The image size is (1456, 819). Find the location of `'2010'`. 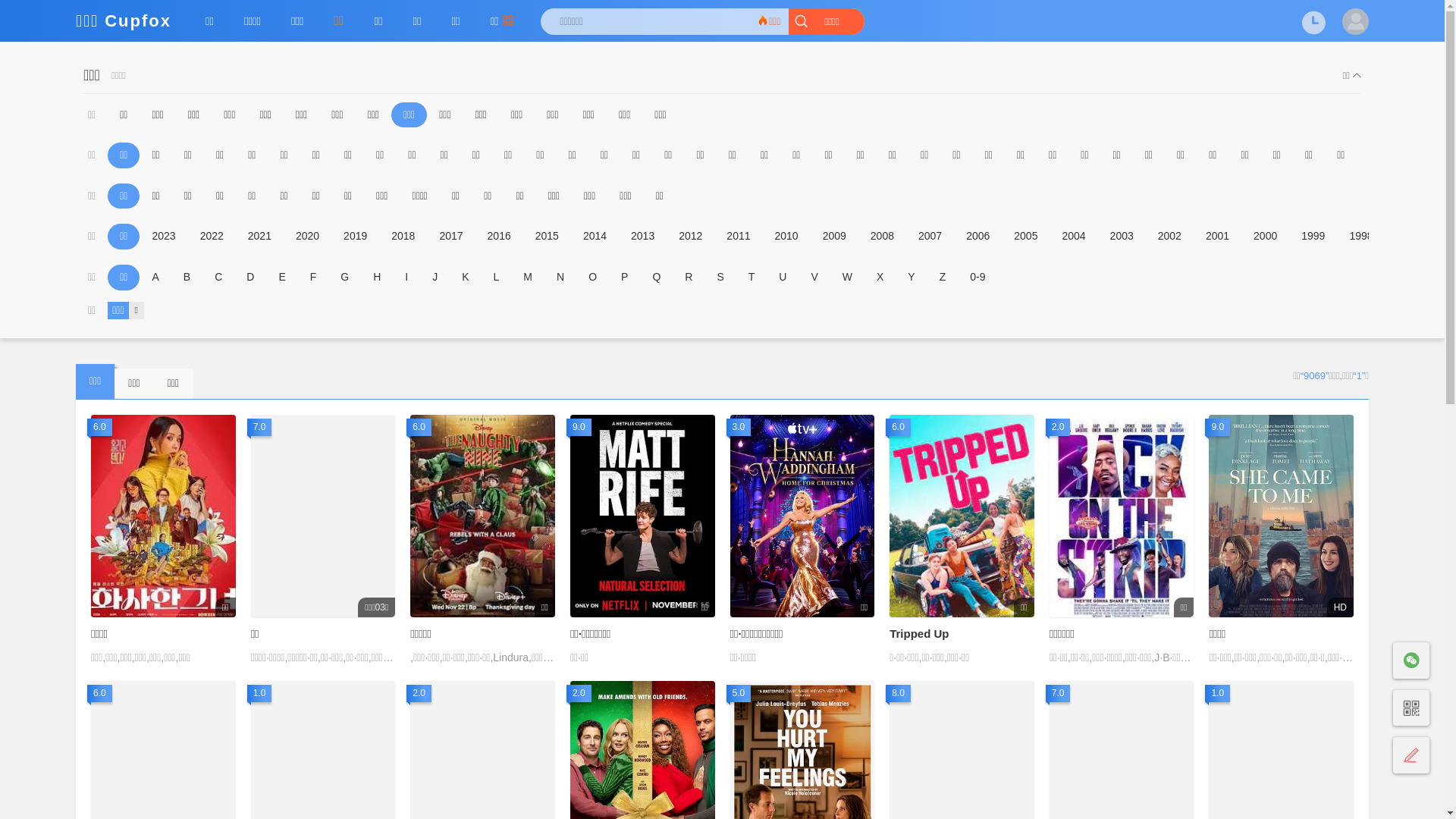

'2010' is located at coordinates (786, 237).